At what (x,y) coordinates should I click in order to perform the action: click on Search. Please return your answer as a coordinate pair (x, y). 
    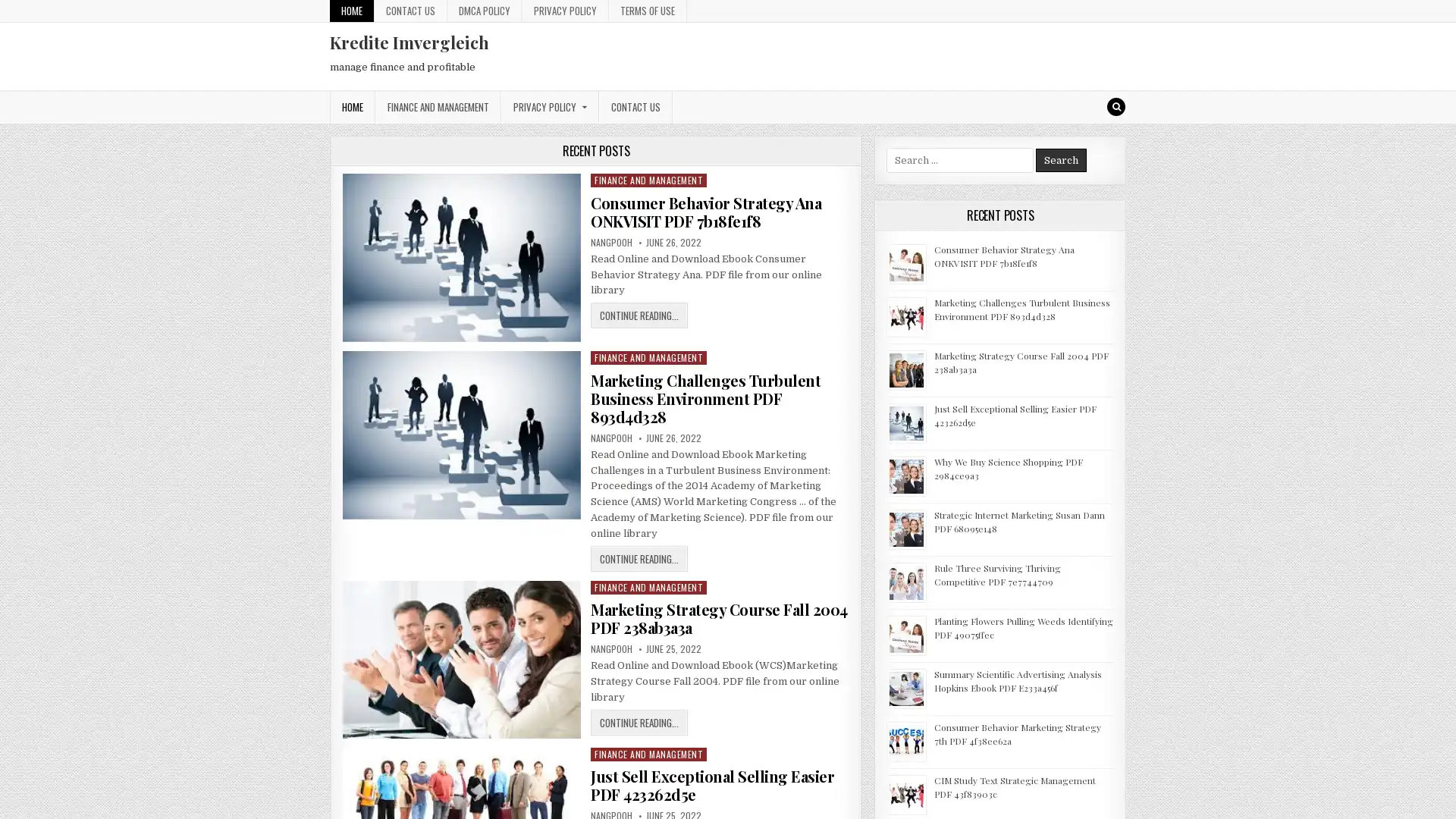
    Looking at the image, I should click on (1060, 160).